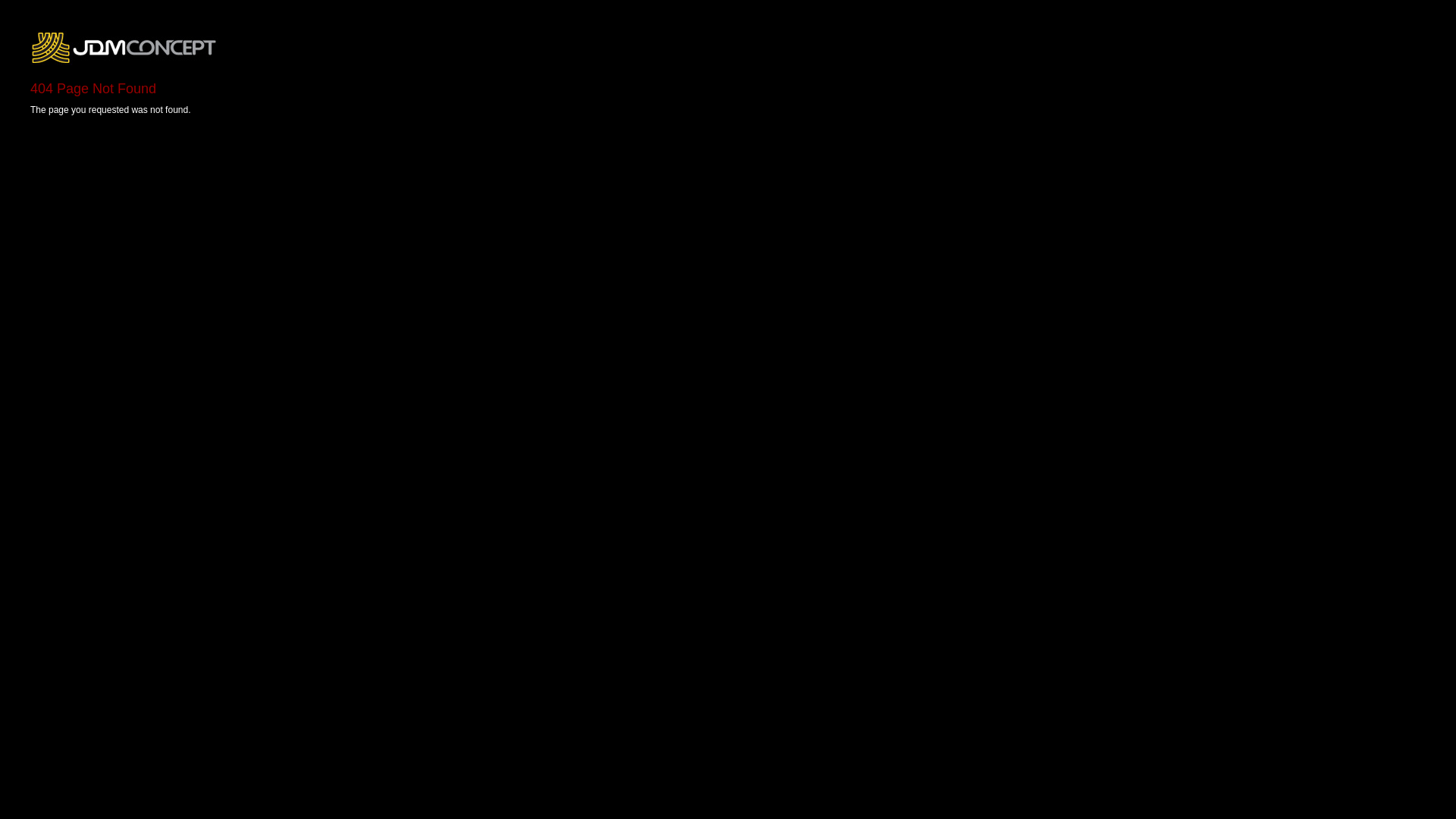 Image resolution: width=1456 pixels, height=819 pixels. I want to click on 'Jdmconcept', so click(124, 46).